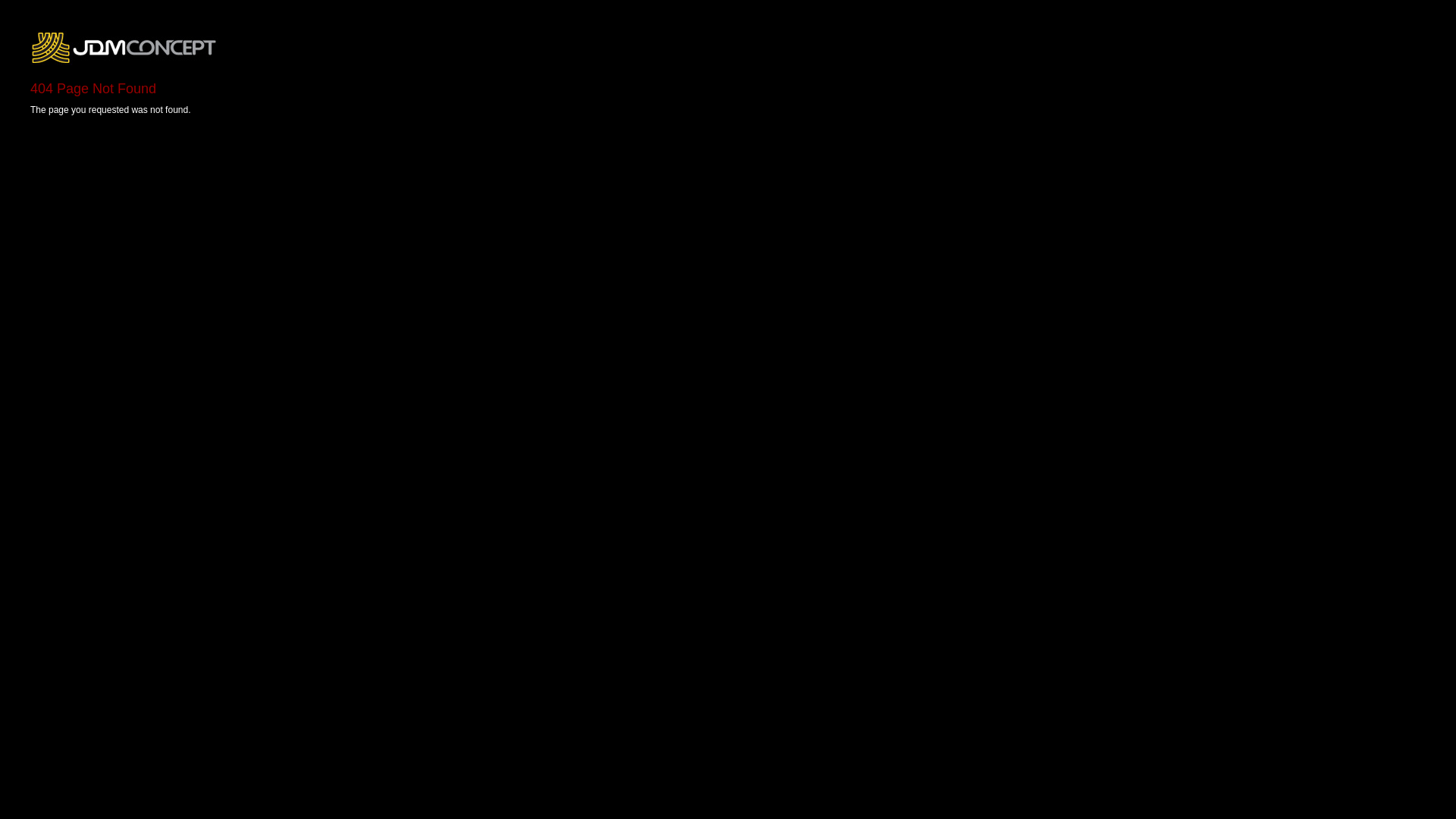 Image resolution: width=1456 pixels, height=819 pixels. I want to click on 'Jdmconcept', so click(124, 46).